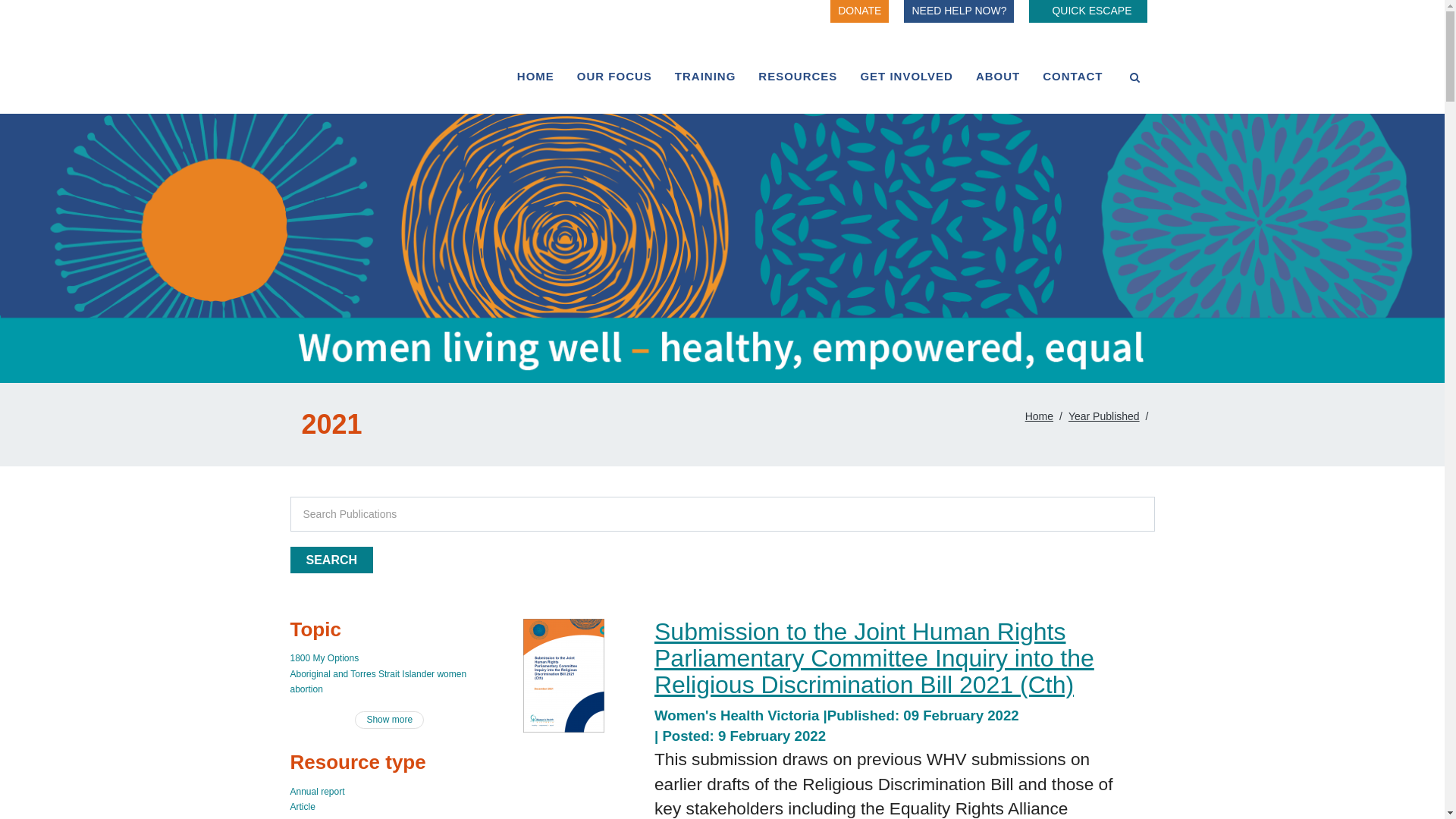  I want to click on 'abortion', so click(305, 689).